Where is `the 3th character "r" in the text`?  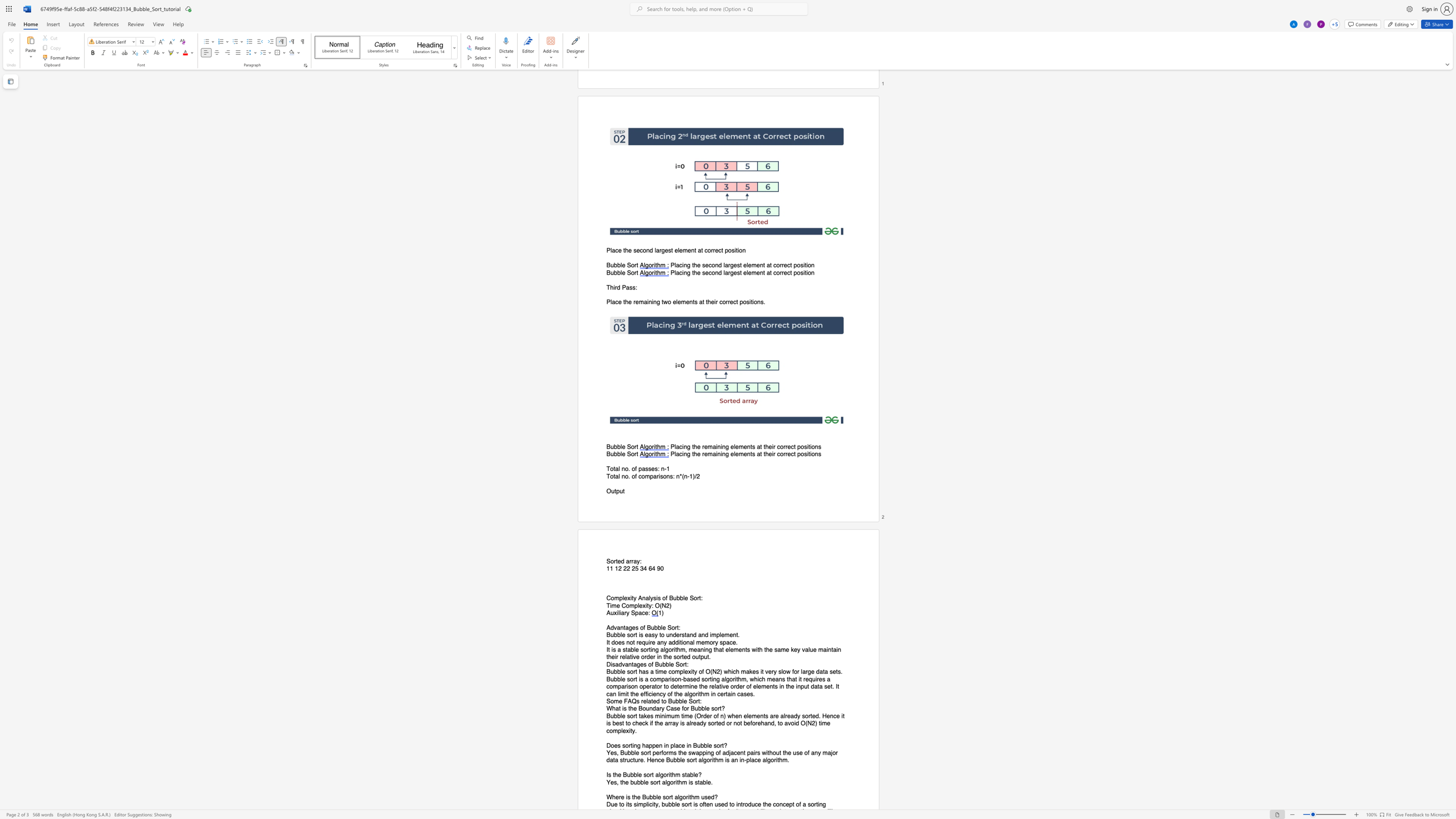
the 3th character "r" in the text is located at coordinates (632, 561).